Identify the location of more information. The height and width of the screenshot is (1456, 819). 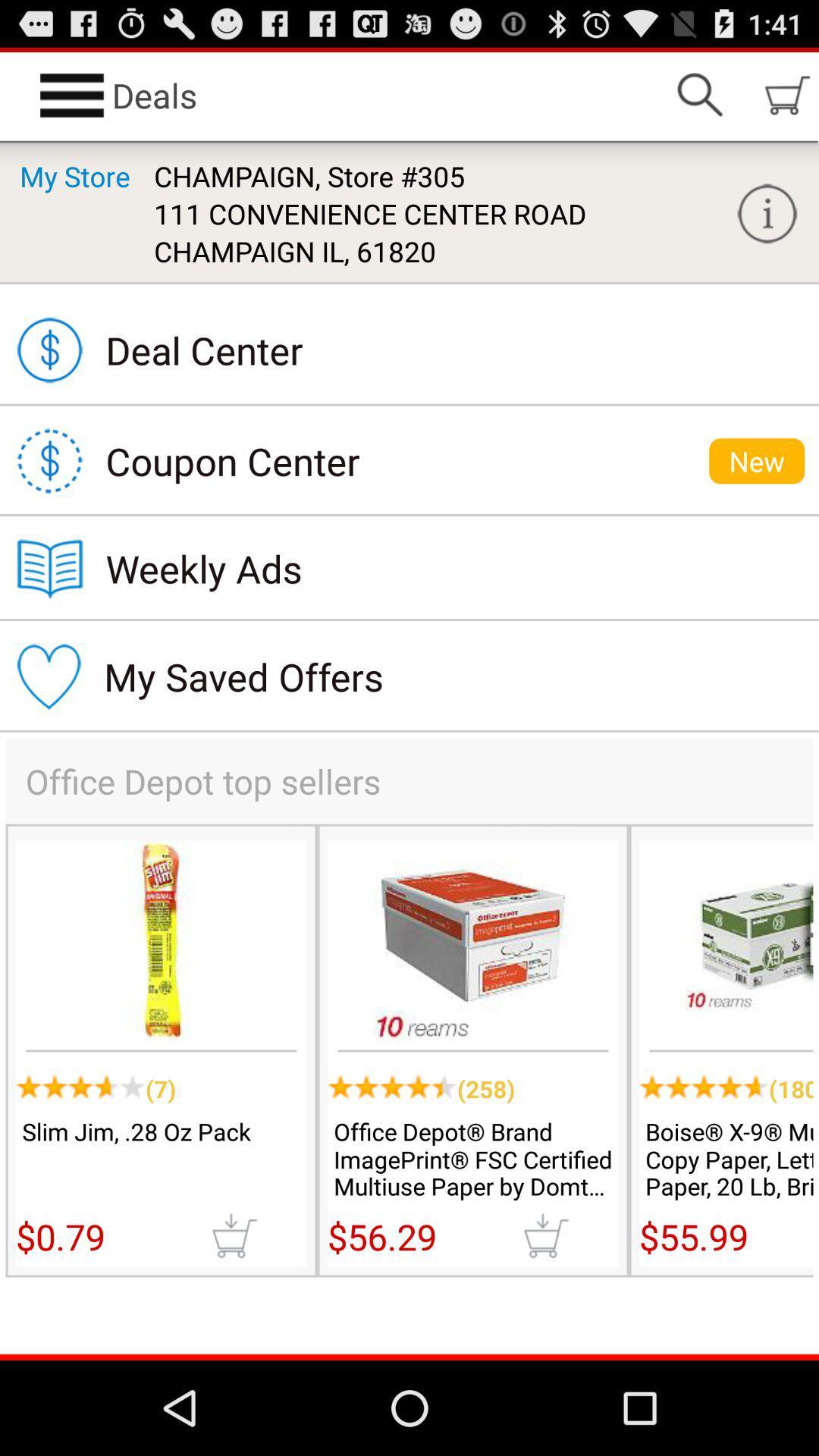
(767, 213).